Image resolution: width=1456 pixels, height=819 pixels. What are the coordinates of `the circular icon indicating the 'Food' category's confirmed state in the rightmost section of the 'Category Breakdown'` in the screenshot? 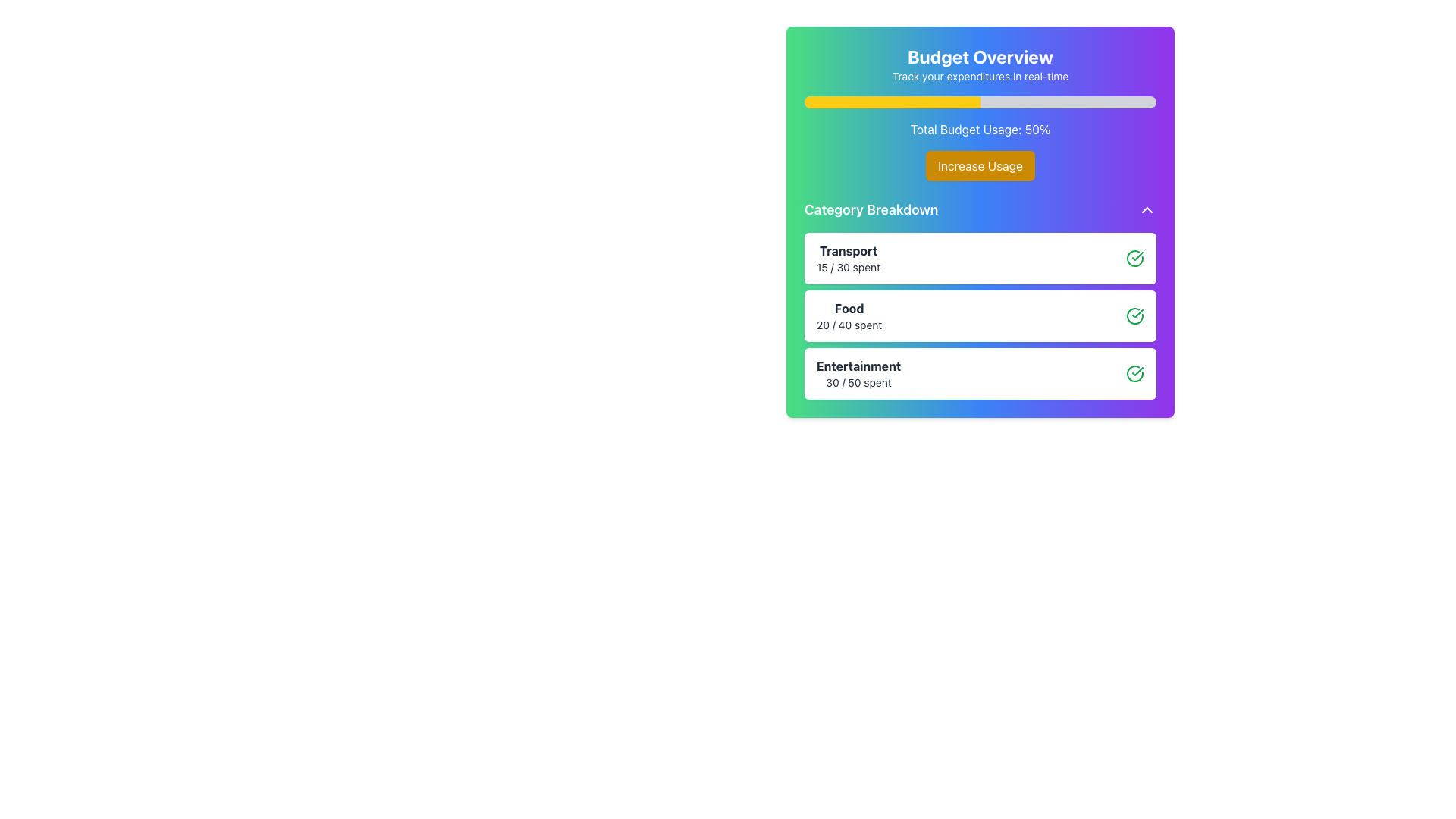 It's located at (1137, 256).